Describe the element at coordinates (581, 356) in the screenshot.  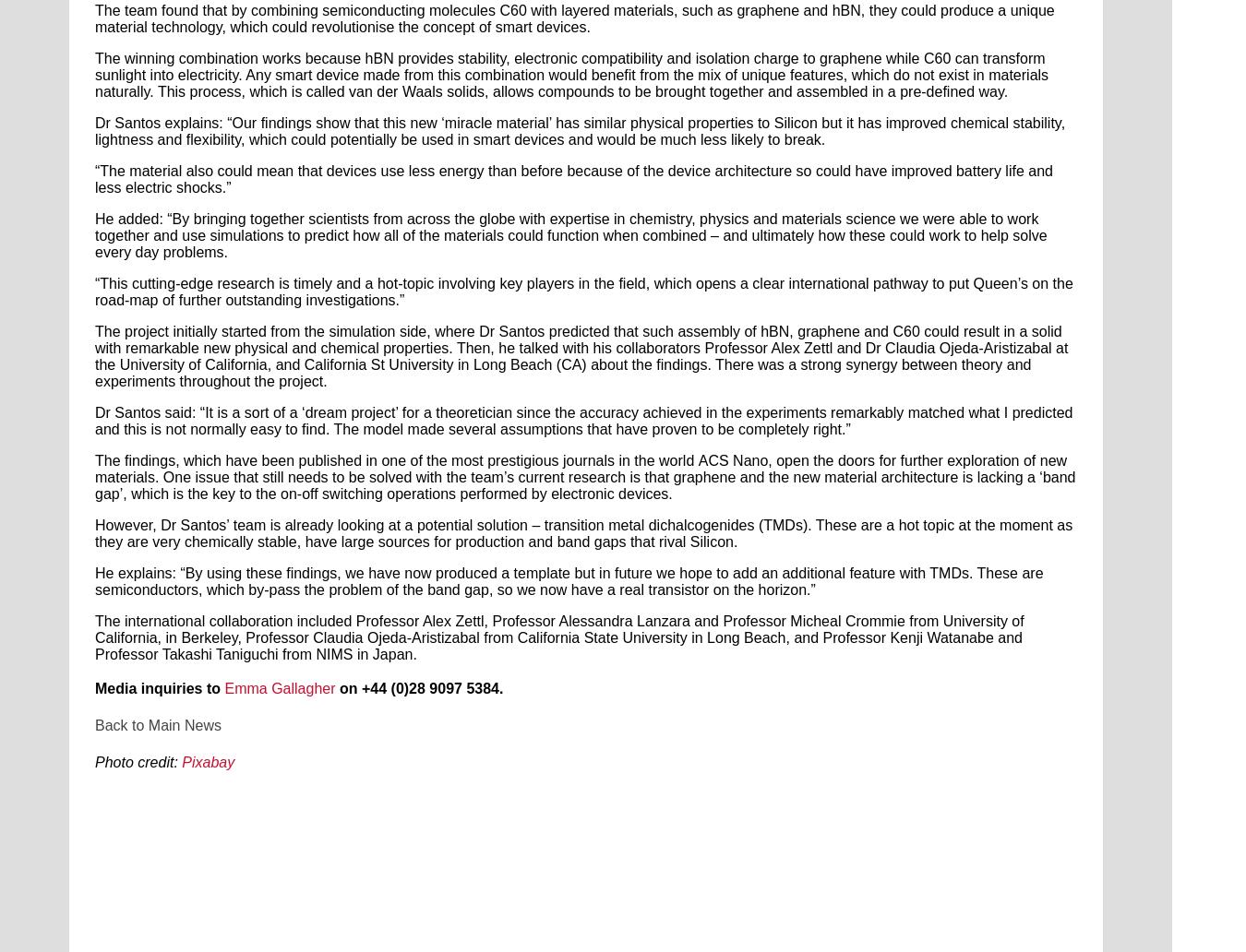
I see `'The project initially started from the simulation side, where Dr Santos predicted that such assembly of hBN, graphene and C60 could result in a solid with remarkable new physical and chemical properties. Then, he talked with his collaborators Professor Alex Zettl and Dr Claudia Ojeda-Aristizabal at the University of California, and California St University in Long Beach (CA) about the findings. There was a strong synergy between theory and experiments throughout the project.'` at that location.